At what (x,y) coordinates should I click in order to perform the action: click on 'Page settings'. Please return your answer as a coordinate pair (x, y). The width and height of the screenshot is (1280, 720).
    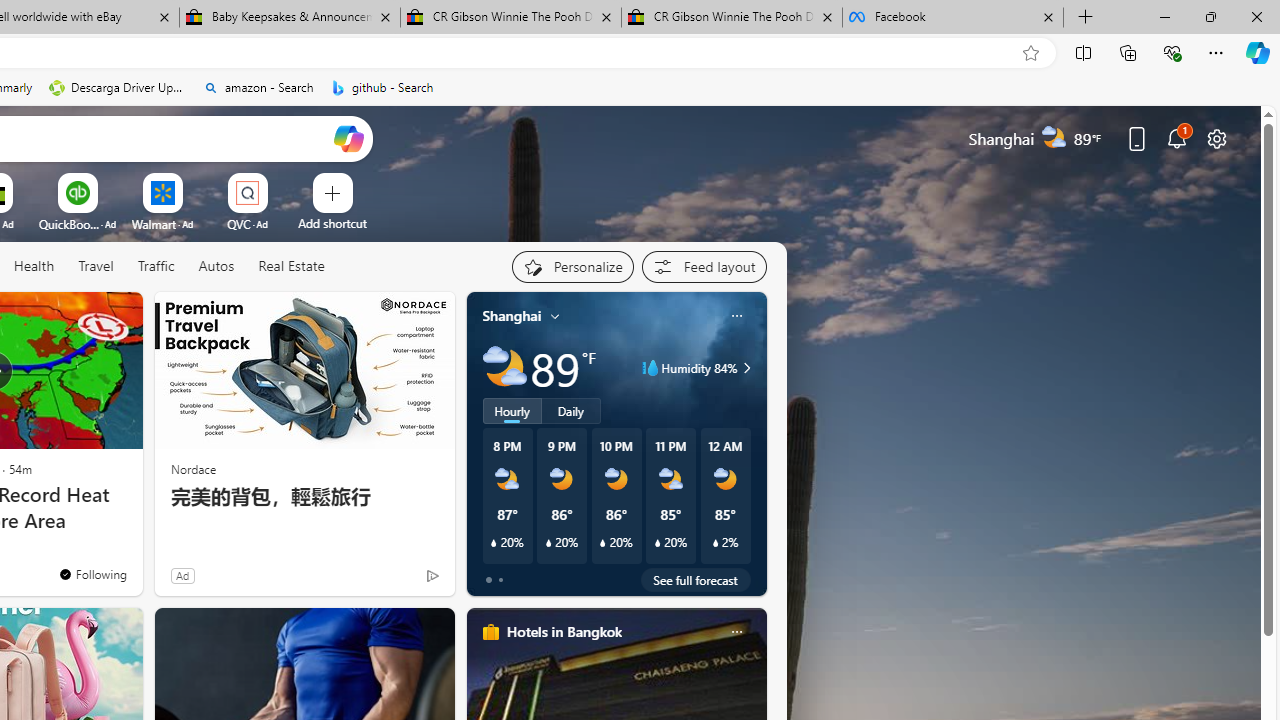
    Looking at the image, I should click on (1215, 137).